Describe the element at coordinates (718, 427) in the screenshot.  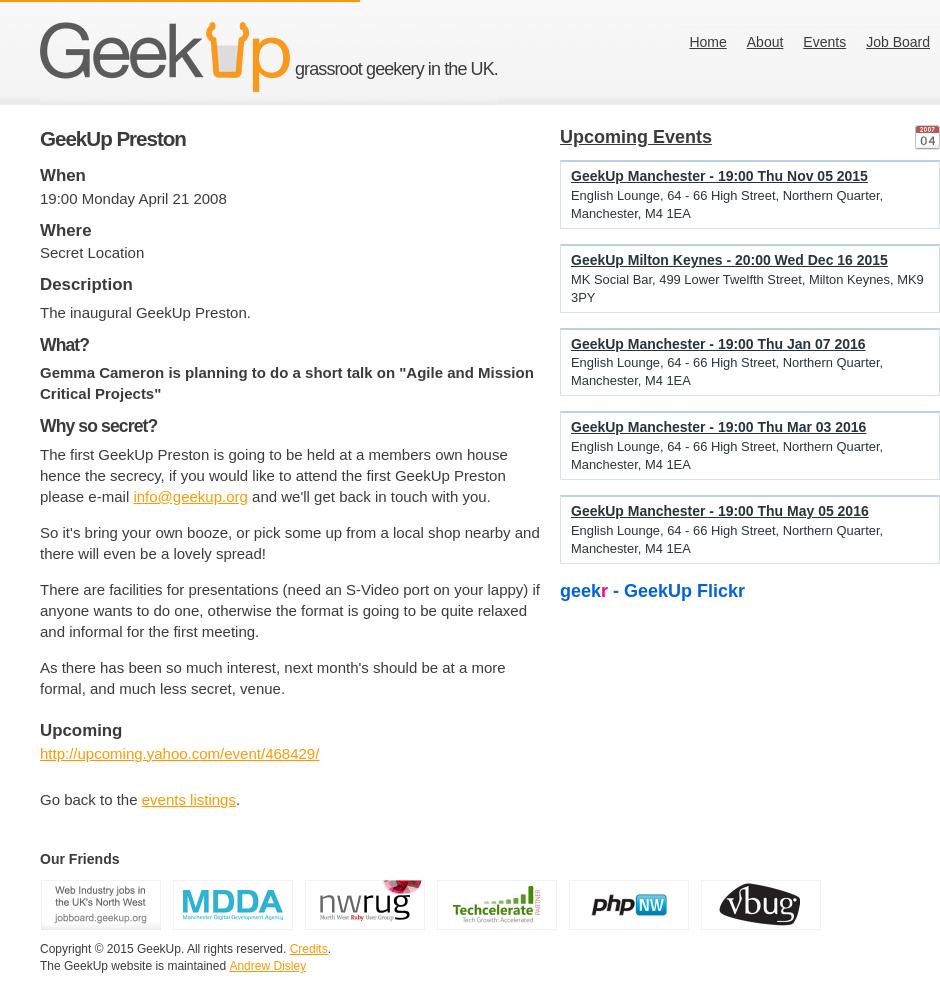
I see `'GeekUp Manchester - 19:00 Thu Mar 03 2016'` at that location.